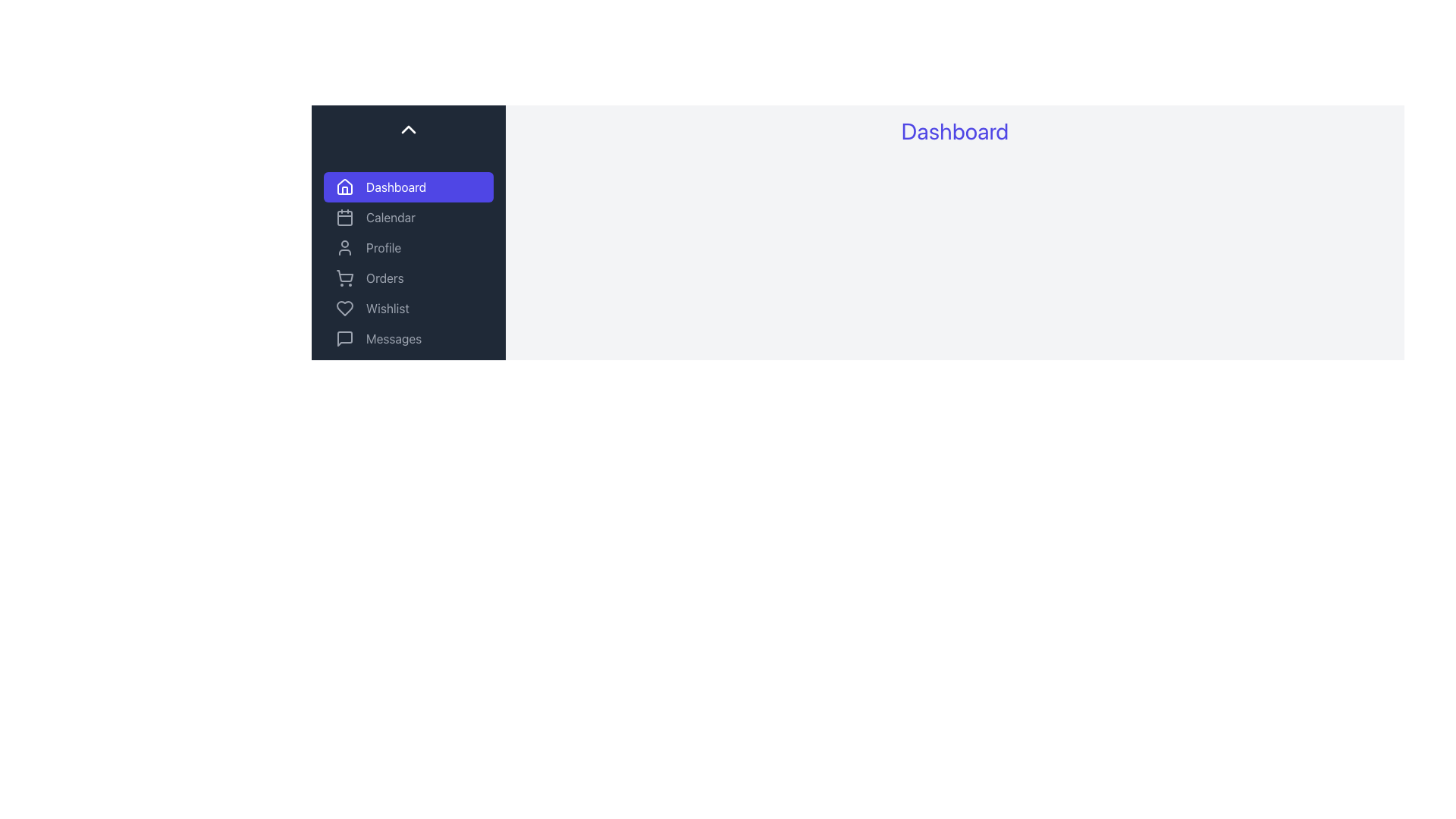 The image size is (1456, 819). What do you see at coordinates (344, 218) in the screenshot?
I see `the small rectangular icon with rounded corners that represents the calendar, located to the left of the 'Calendar' label in the sidebar navigation` at bounding box center [344, 218].